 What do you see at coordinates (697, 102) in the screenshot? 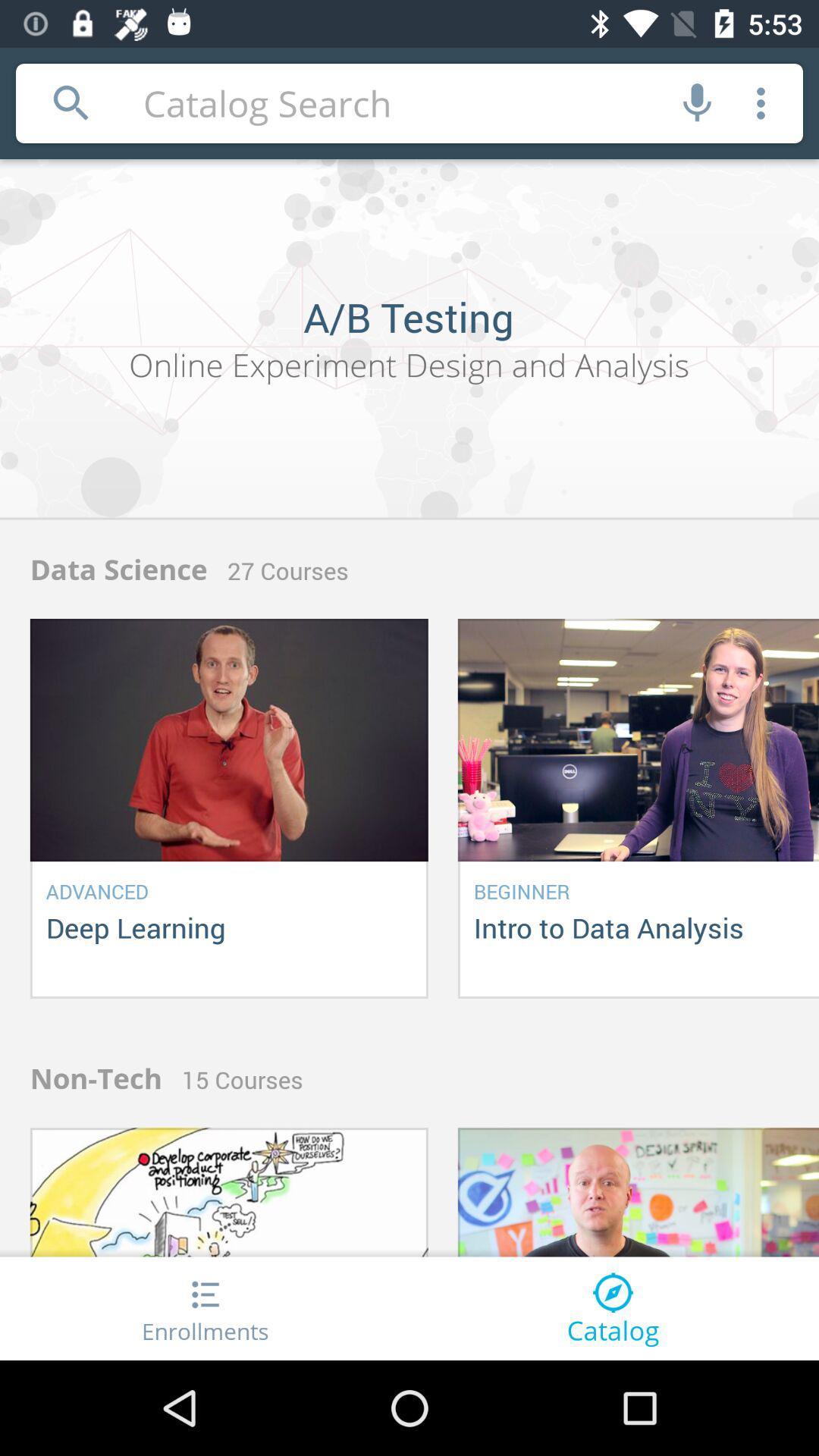
I see `voice option button` at bounding box center [697, 102].